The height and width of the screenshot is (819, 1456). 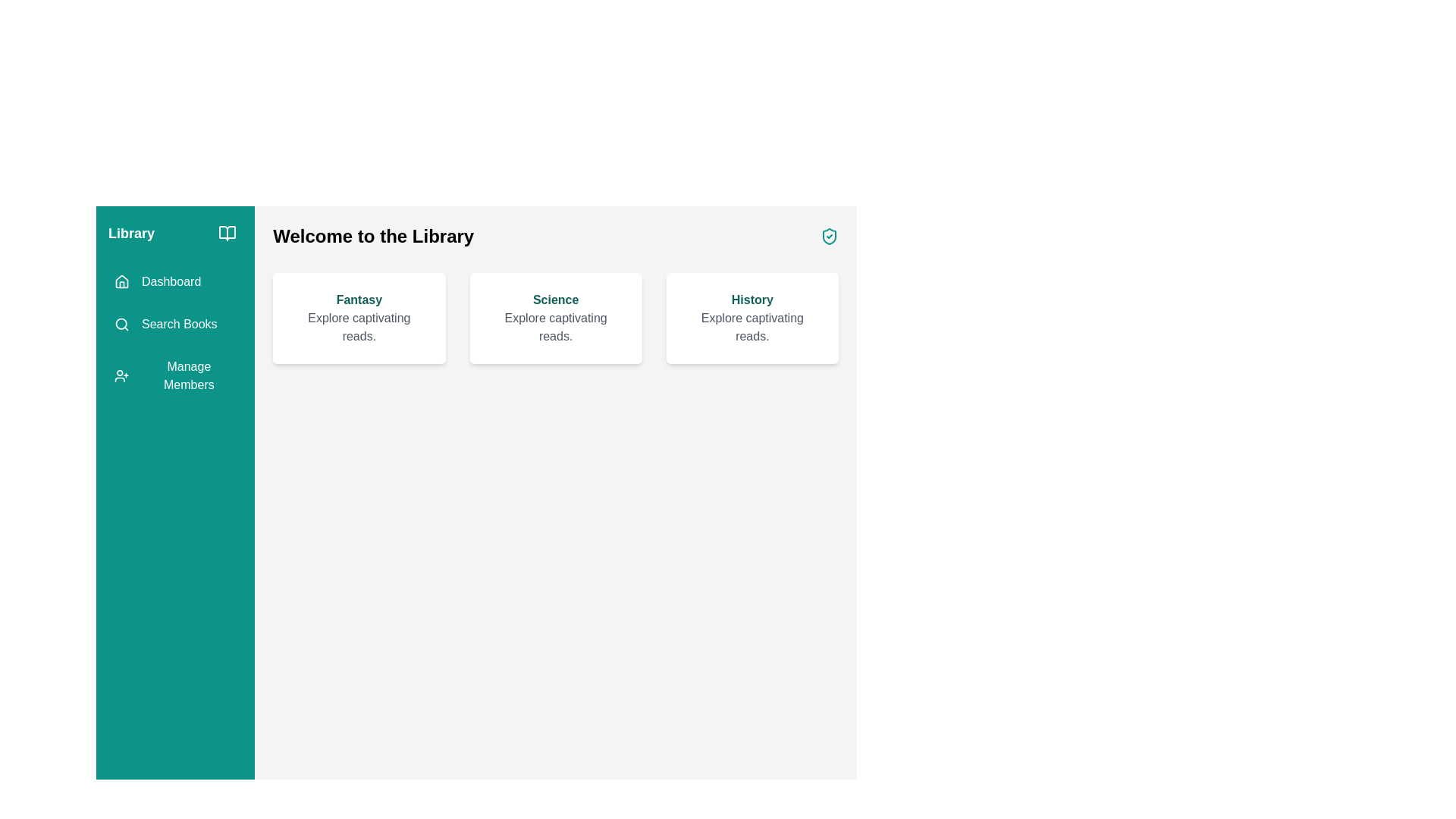 What do you see at coordinates (358, 327) in the screenshot?
I see `the text label that reads 'Explore captivating reads.' which is the second text block within the 'Fantasy' card` at bounding box center [358, 327].